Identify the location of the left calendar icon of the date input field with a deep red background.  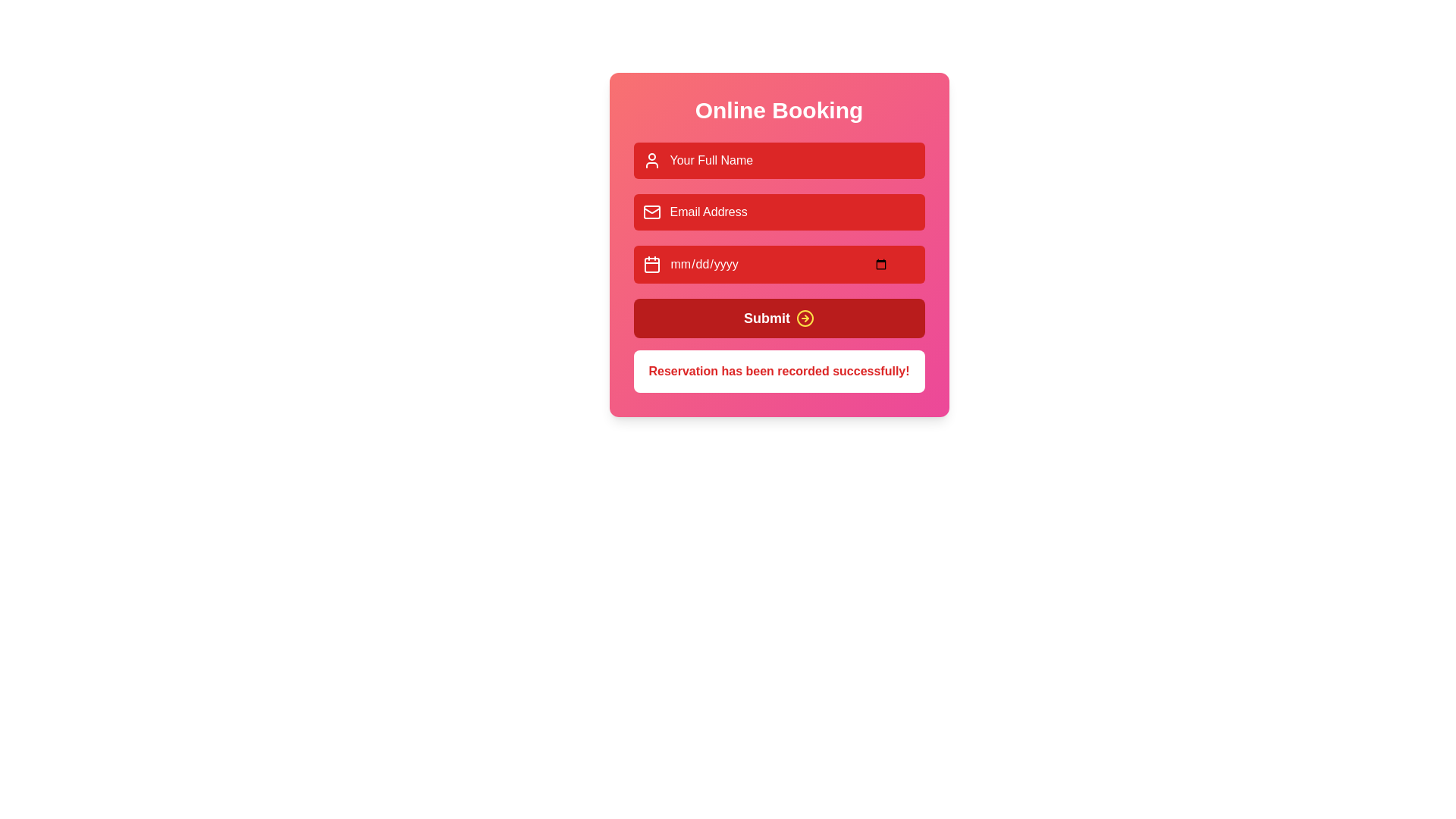
(779, 263).